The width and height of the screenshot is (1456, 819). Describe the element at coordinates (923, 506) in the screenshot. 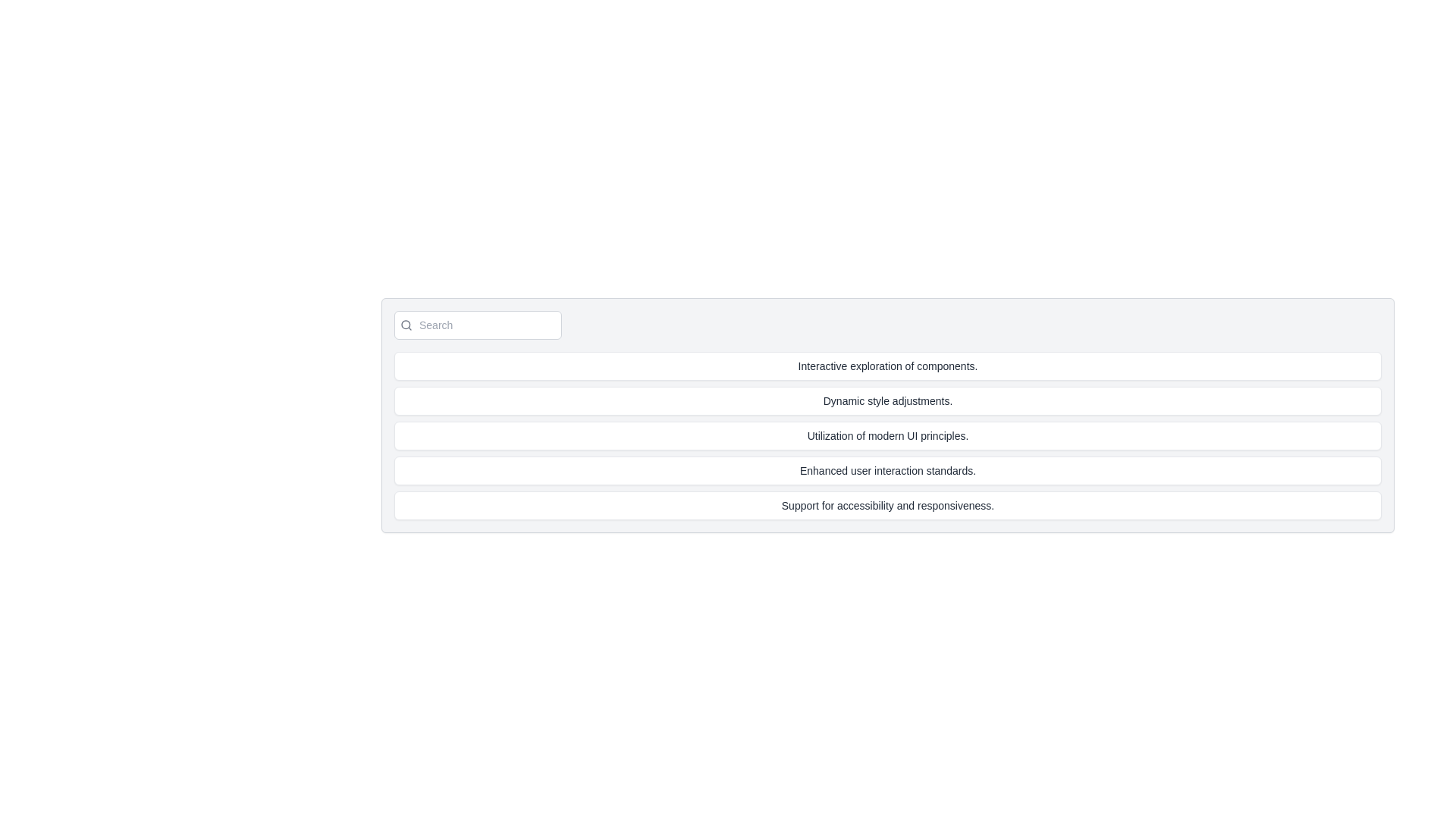

I see `the letter 'e' in the word 'responsiveness' at the end of the phrase 'Support for accessibility and responsiveness.'` at that location.